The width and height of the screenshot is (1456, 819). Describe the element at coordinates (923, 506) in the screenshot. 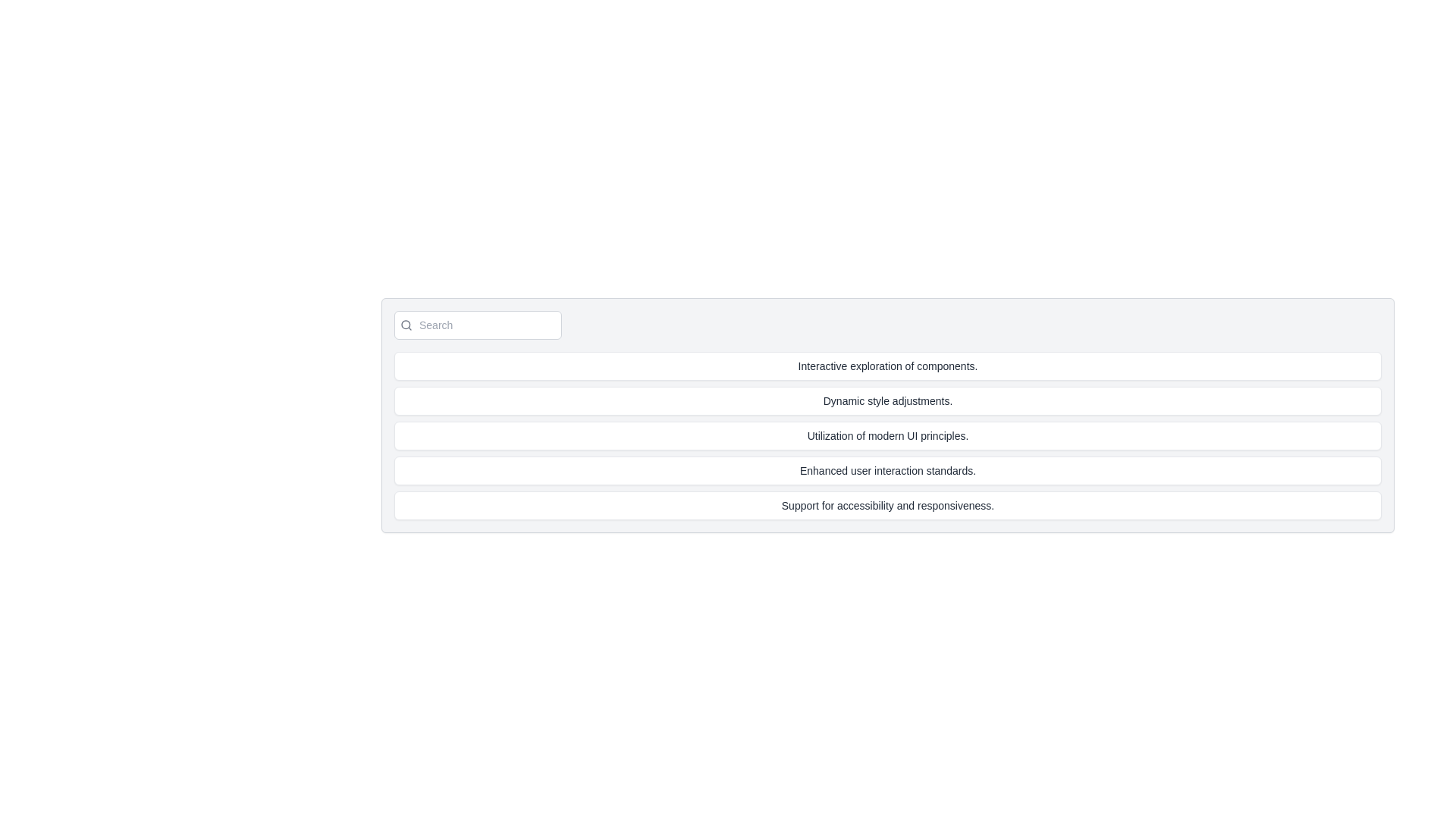

I see `the letter 'e' in the word 'responsiveness' at the end of the phrase 'Support for accessibility and responsiveness.'` at that location.